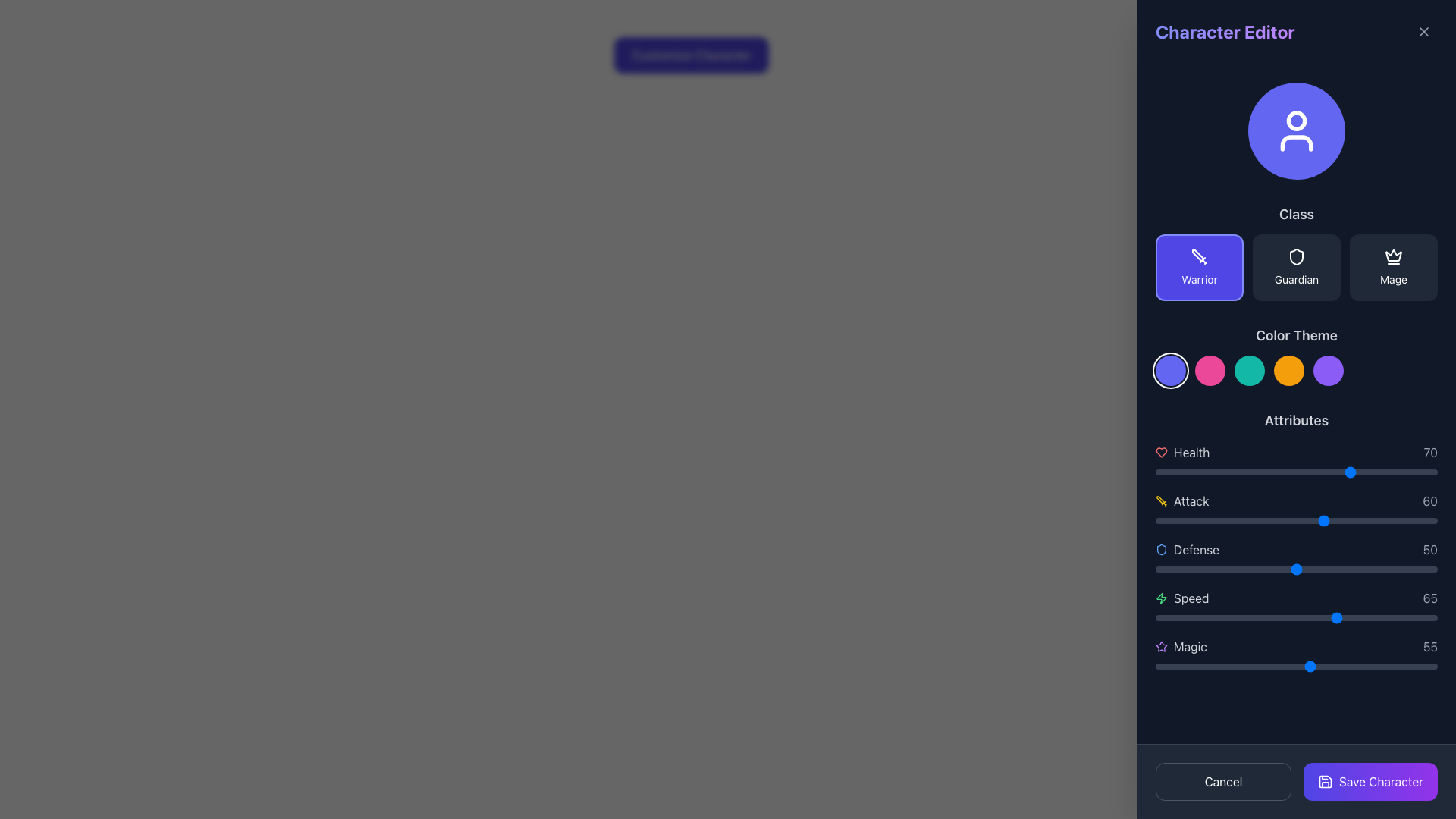 The image size is (1456, 819). What do you see at coordinates (1394, 256) in the screenshot?
I see `the 'Mage' class selection icon located at the uppermost position in the three-class selection section` at bounding box center [1394, 256].